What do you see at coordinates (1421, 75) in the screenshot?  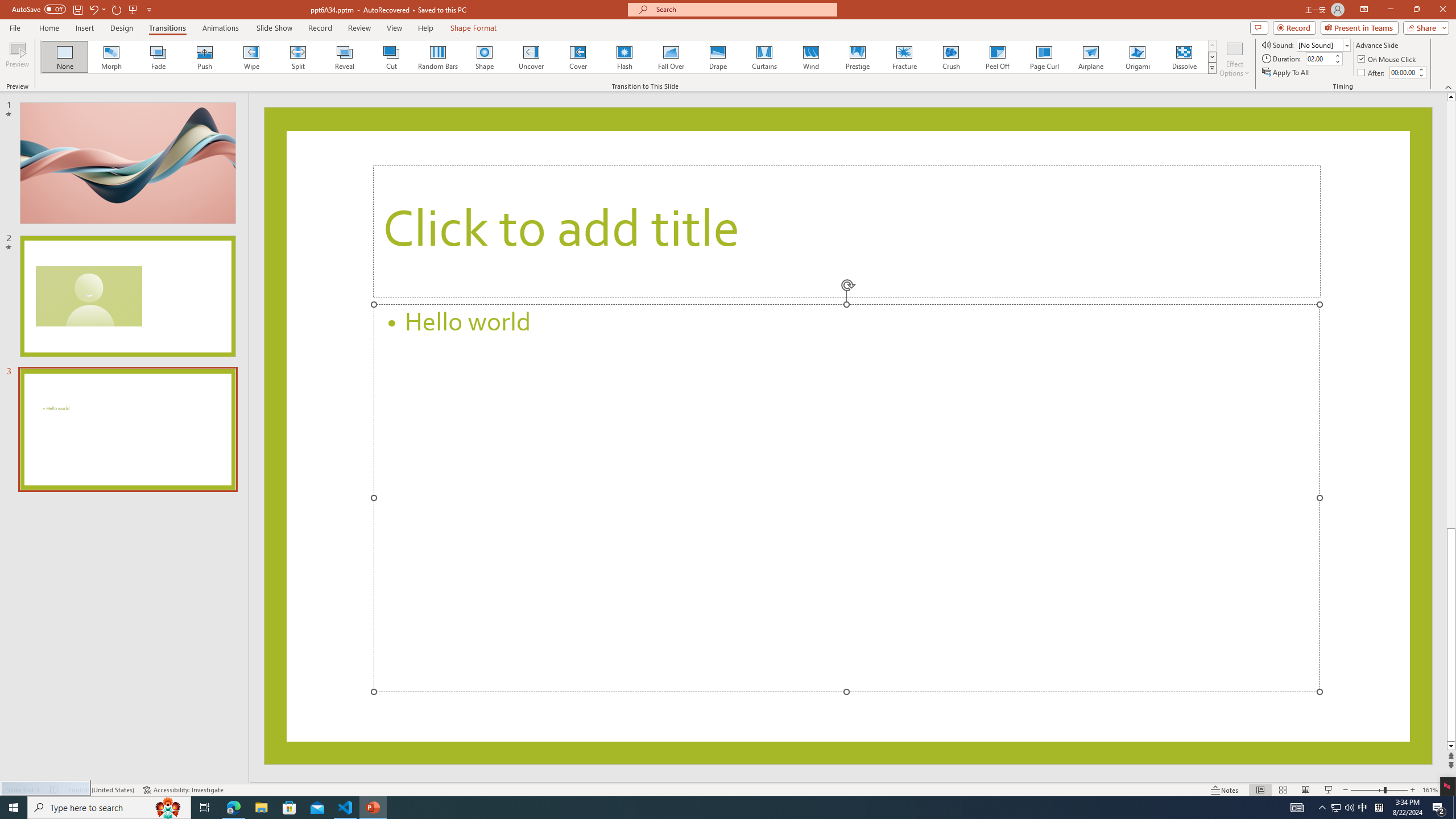 I see `'Less'` at bounding box center [1421, 75].